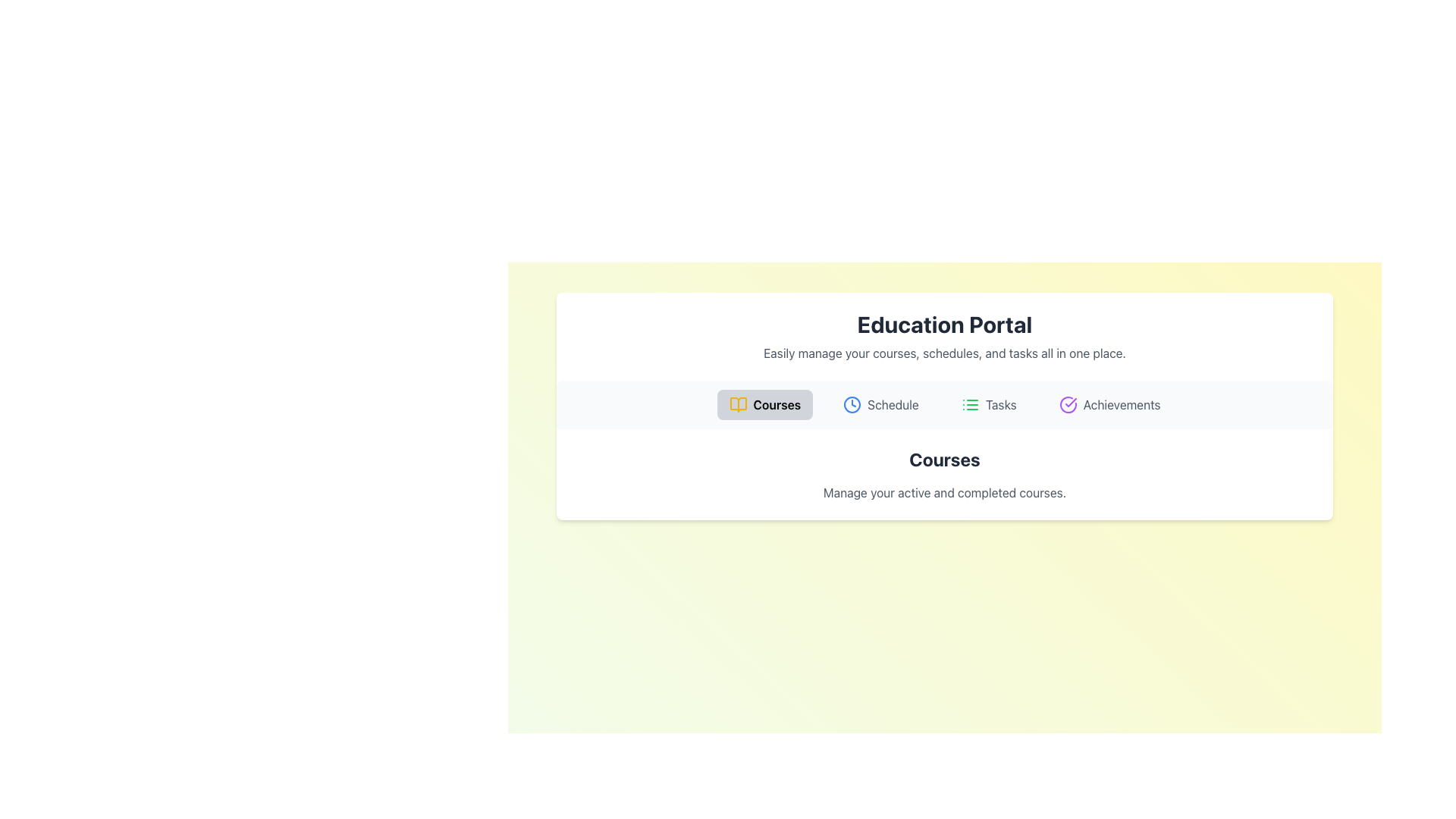 The width and height of the screenshot is (1456, 819). I want to click on the icon representing the 'Tasks' section located to the left of the 'Tasks' text in the menu bar to interact with the Tasks section, so click(969, 403).